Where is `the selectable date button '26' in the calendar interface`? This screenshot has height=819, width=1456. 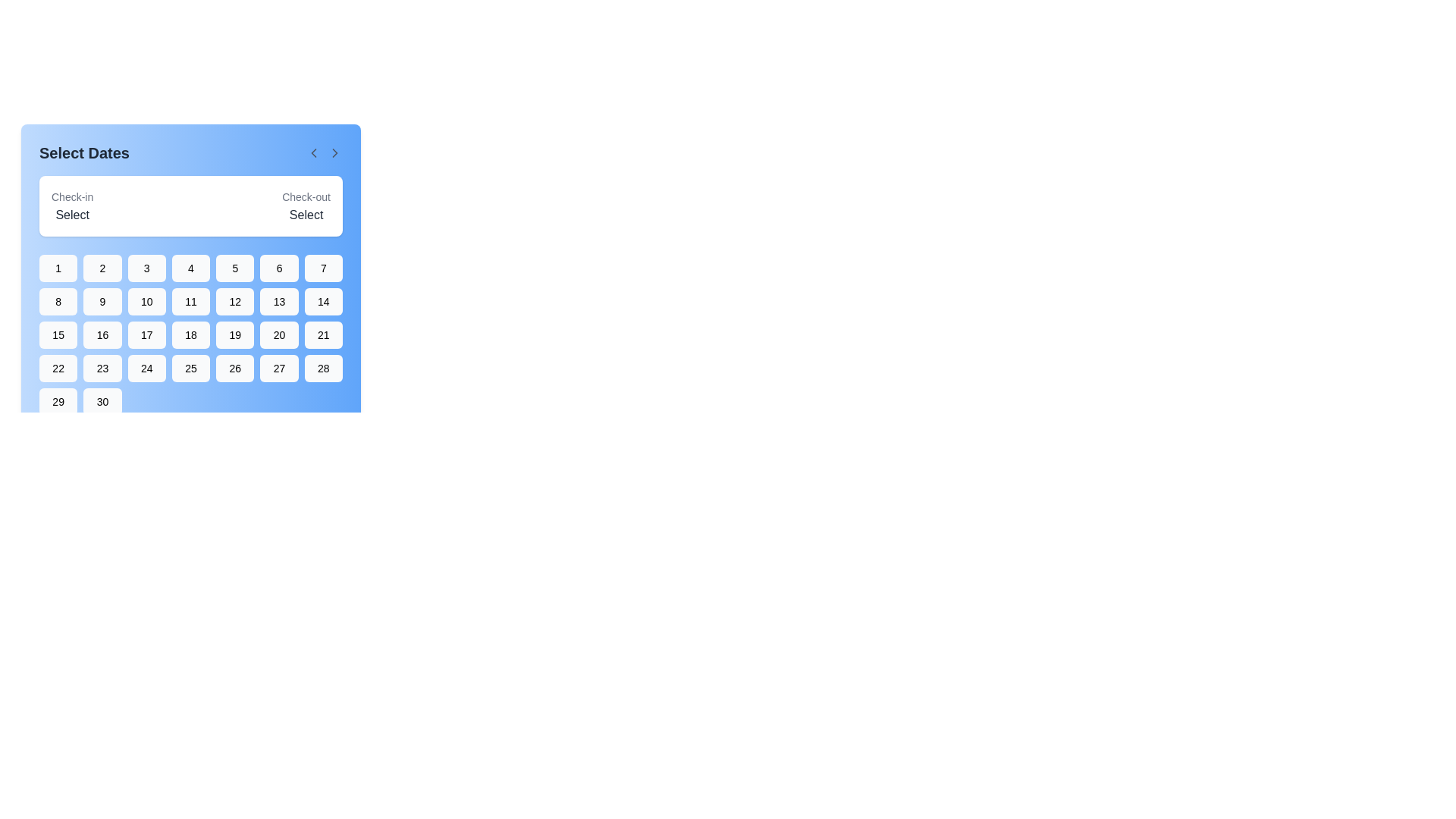 the selectable date button '26' in the calendar interface is located at coordinates (234, 369).